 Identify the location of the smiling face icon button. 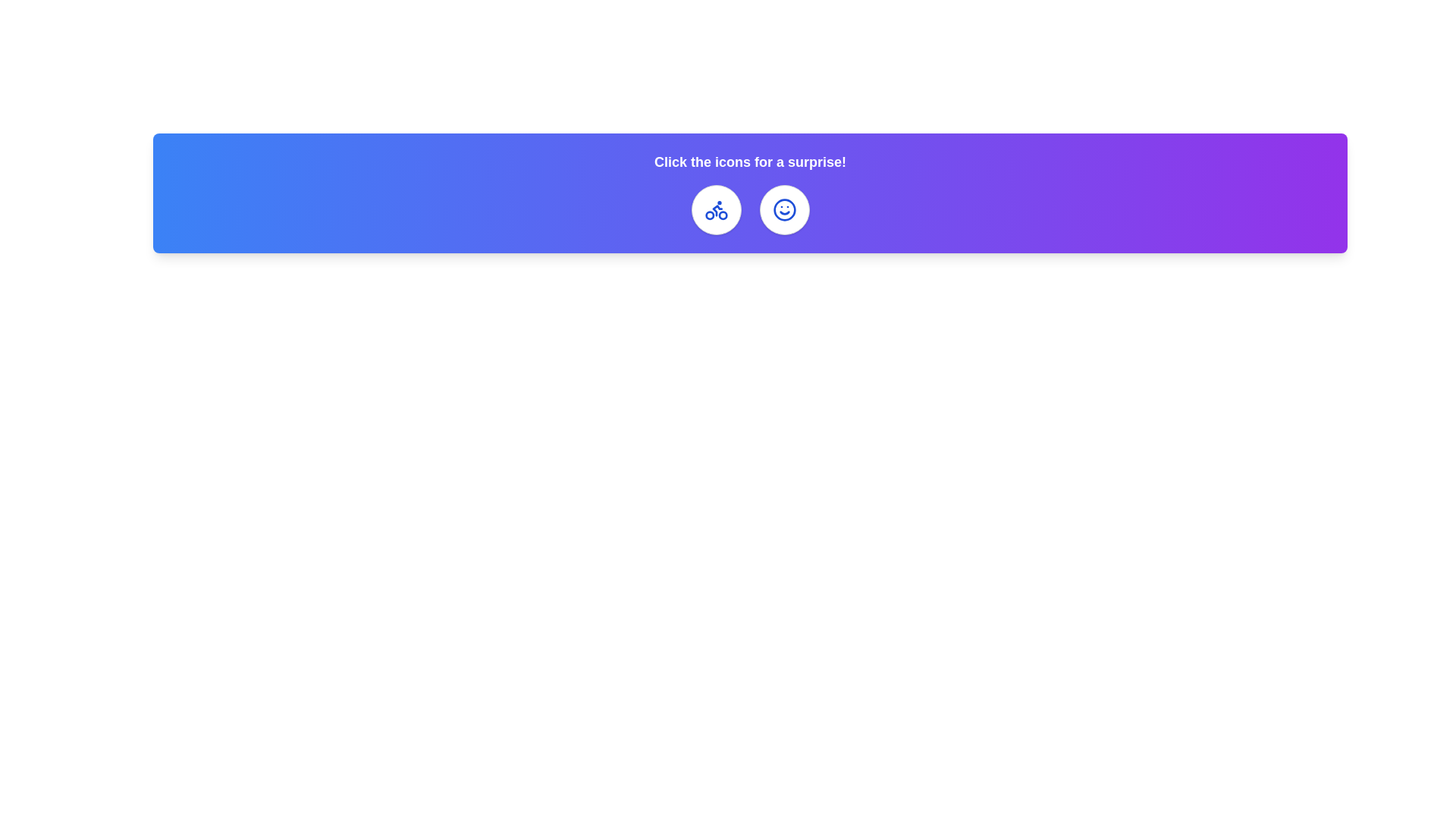
(784, 210).